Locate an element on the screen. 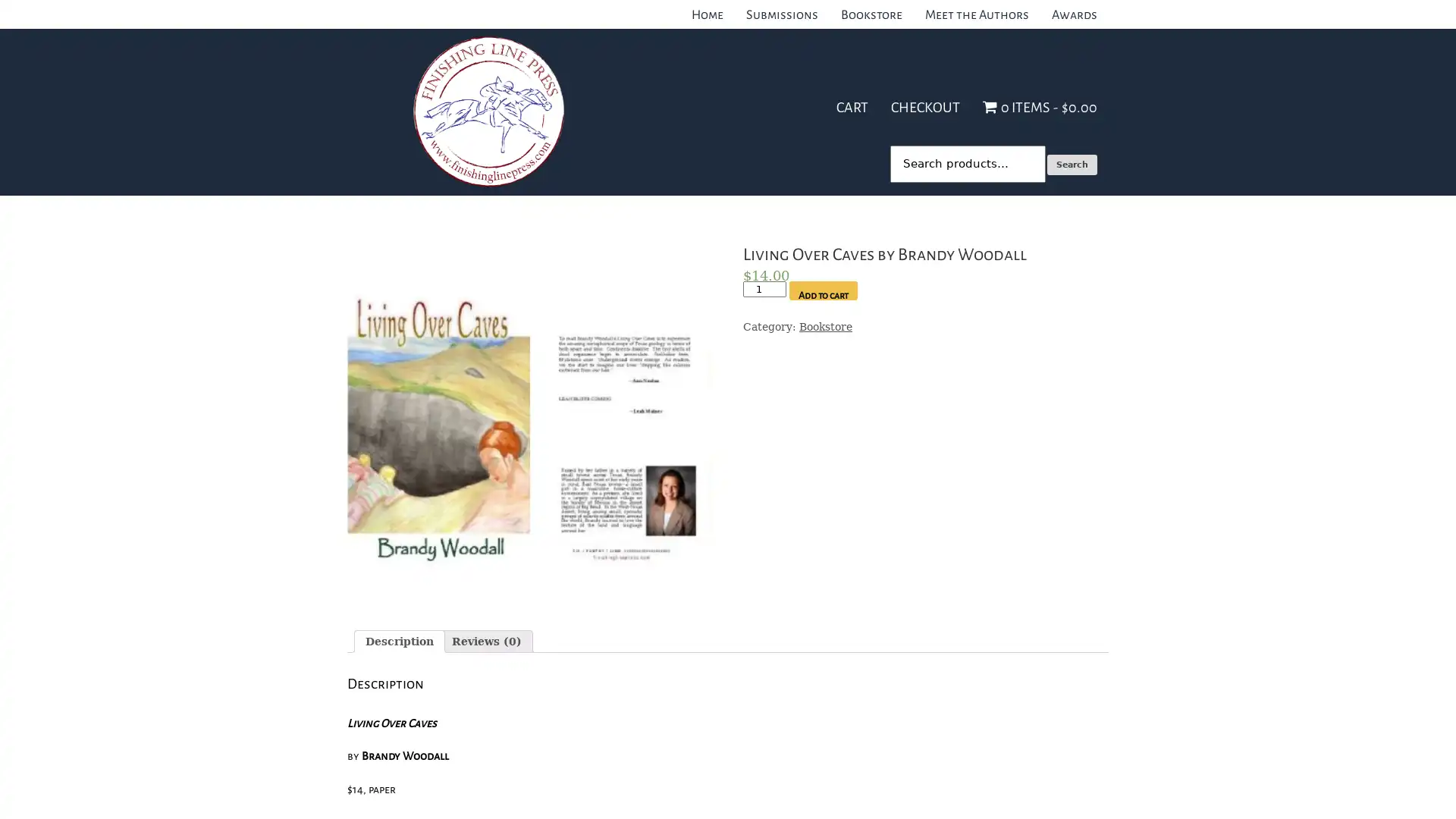 The image size is (1456, 819). Search is located at coordinates (1072, 165).